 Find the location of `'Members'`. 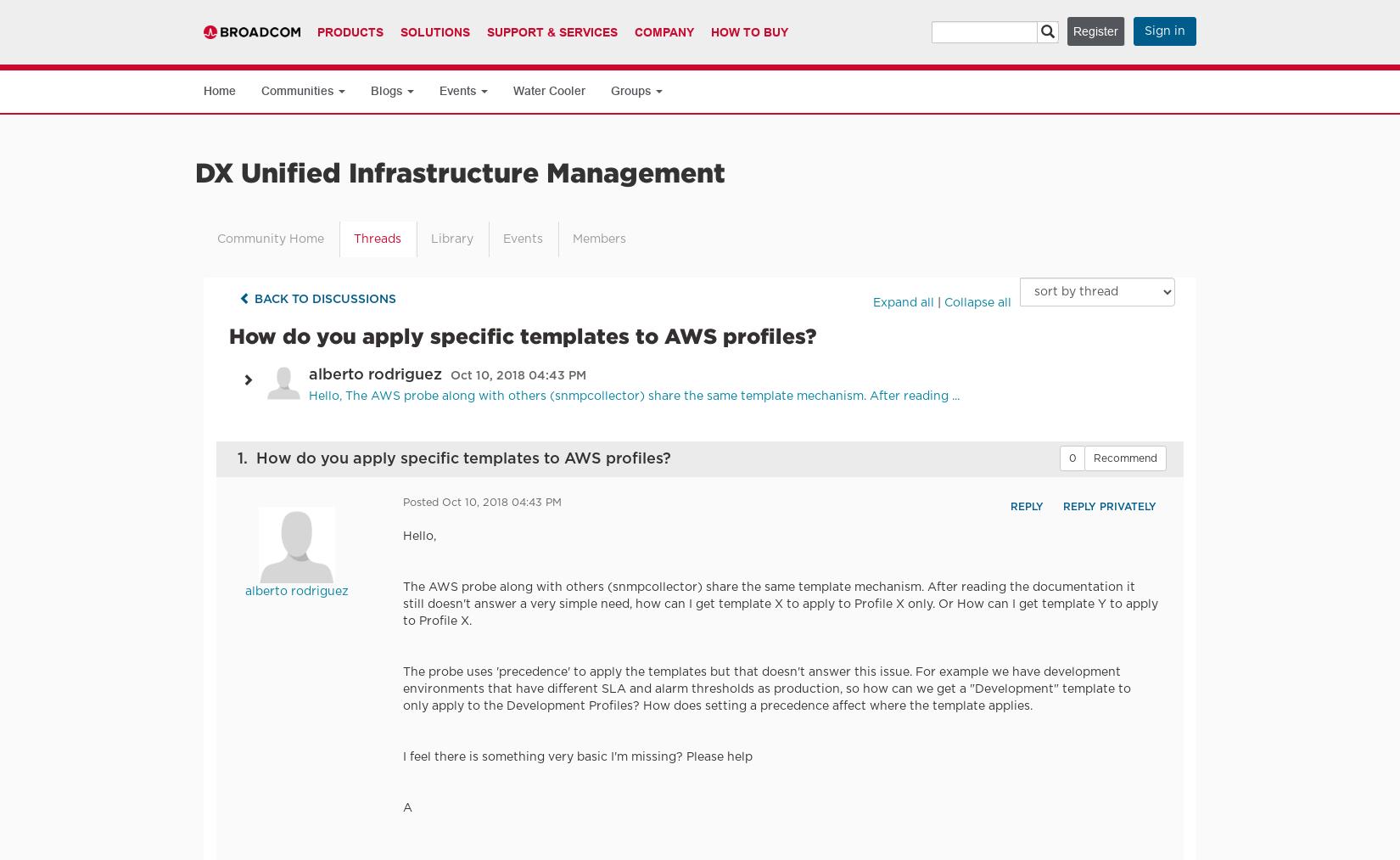

'Members' is located at coordinates (598, 239).